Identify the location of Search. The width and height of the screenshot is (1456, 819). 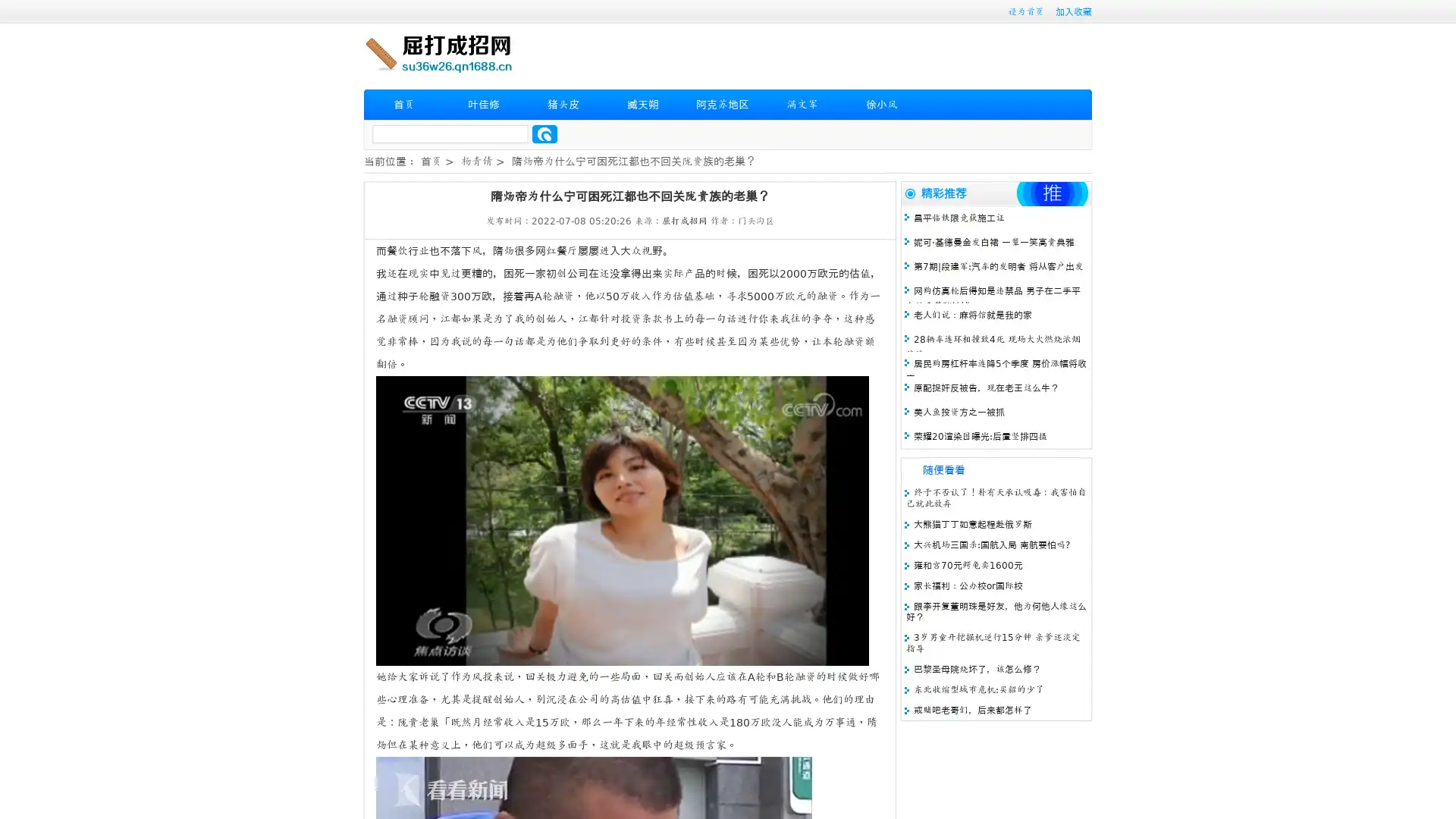
(544, 133).